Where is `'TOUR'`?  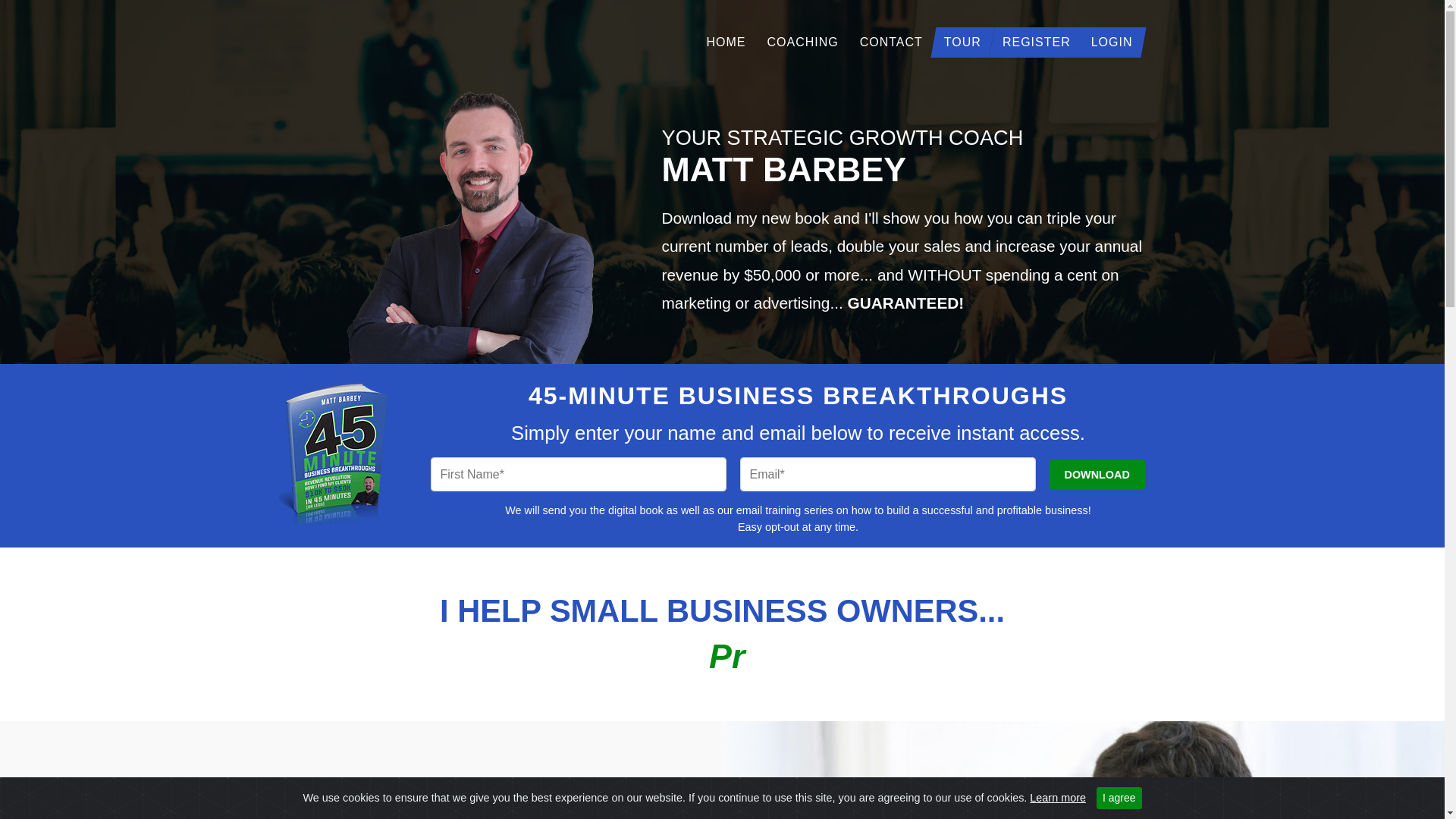 'TOUR' is located at coordinates (932, 41).